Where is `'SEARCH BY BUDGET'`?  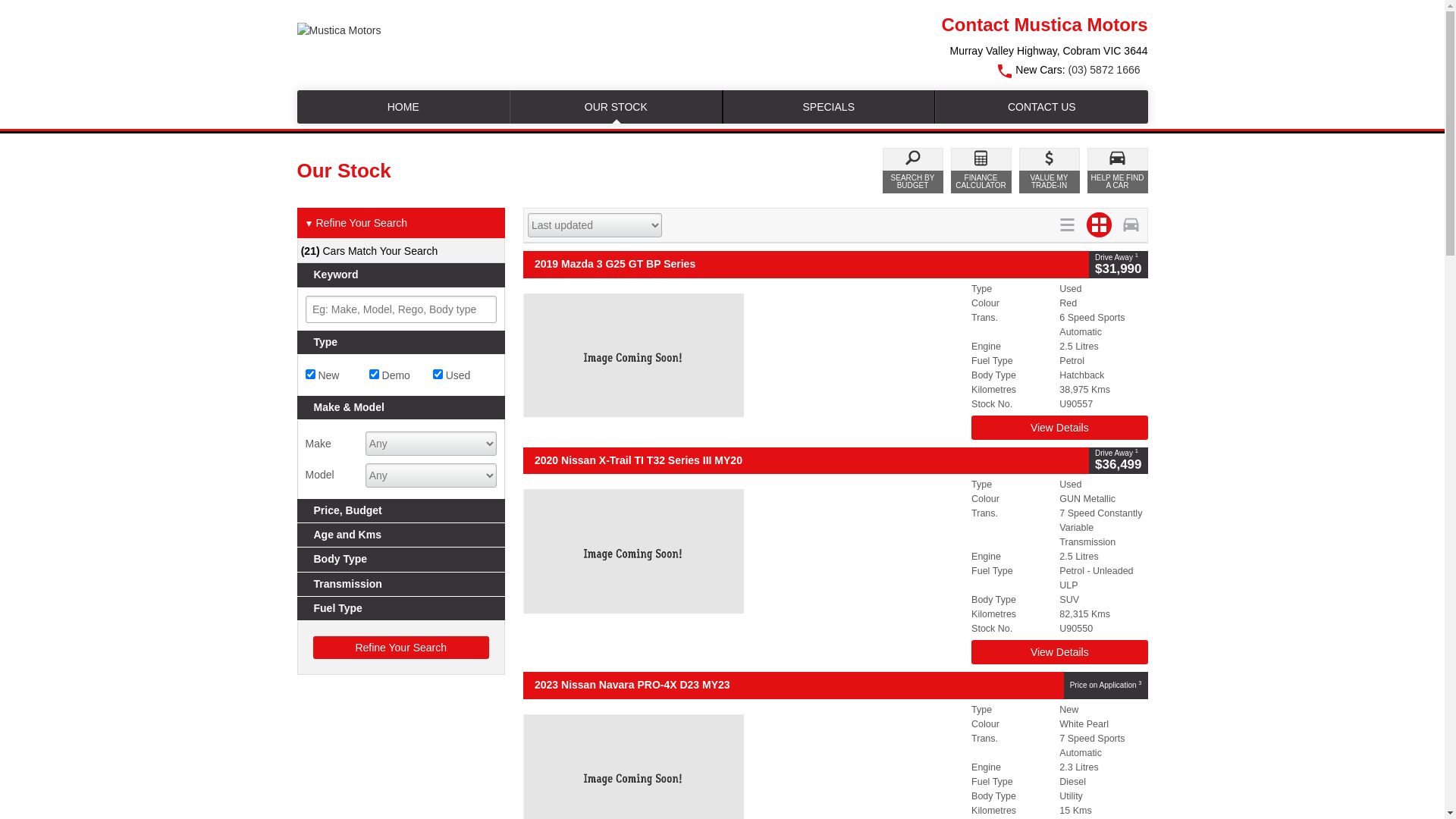
'SEARCH BY BUDGET' is located at coordinates (882, 170).